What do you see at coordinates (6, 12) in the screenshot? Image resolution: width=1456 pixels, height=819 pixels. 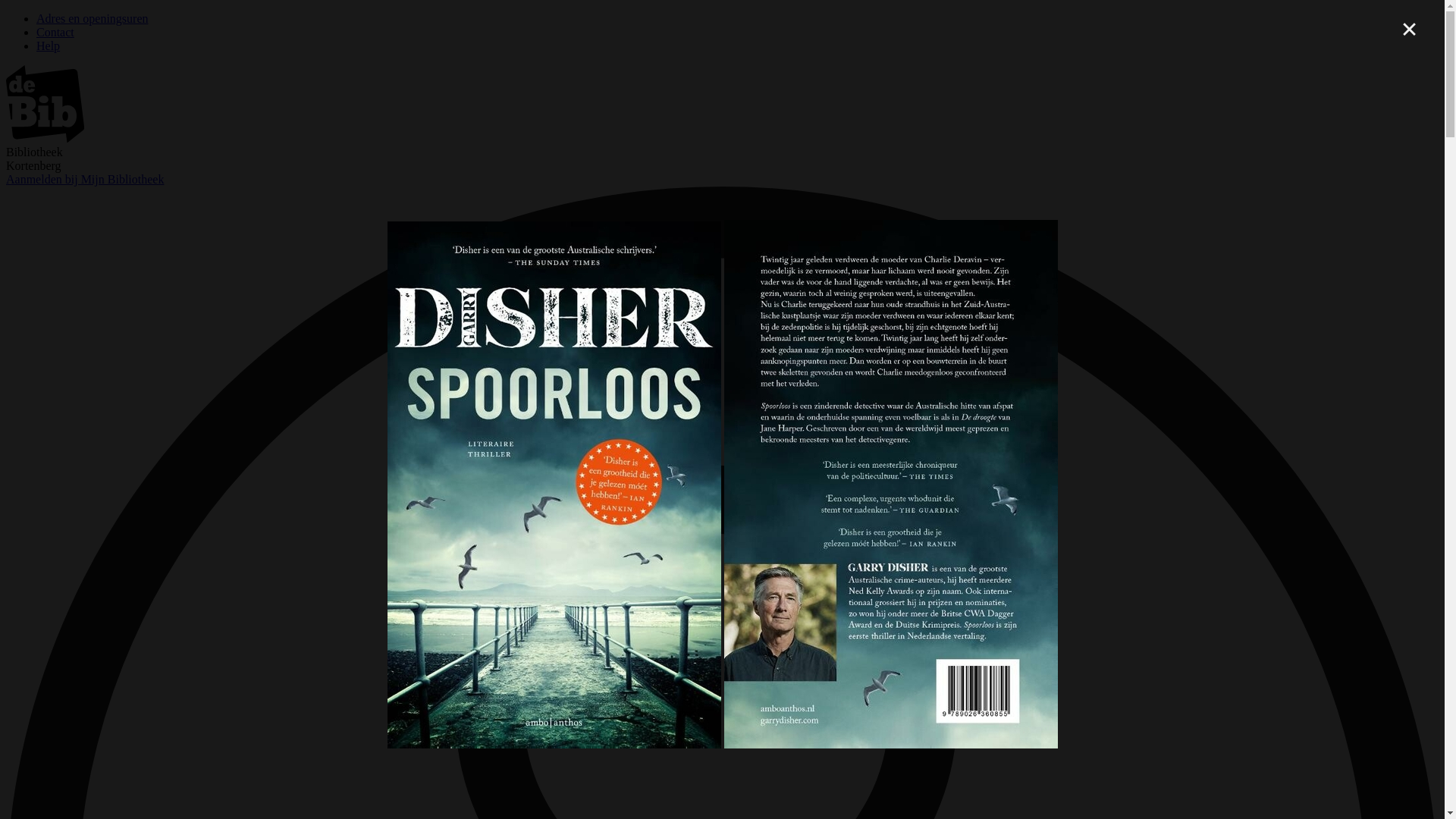 I see `'Overslaan en naar zoeken gaan'` at bounding box center [6, 12].